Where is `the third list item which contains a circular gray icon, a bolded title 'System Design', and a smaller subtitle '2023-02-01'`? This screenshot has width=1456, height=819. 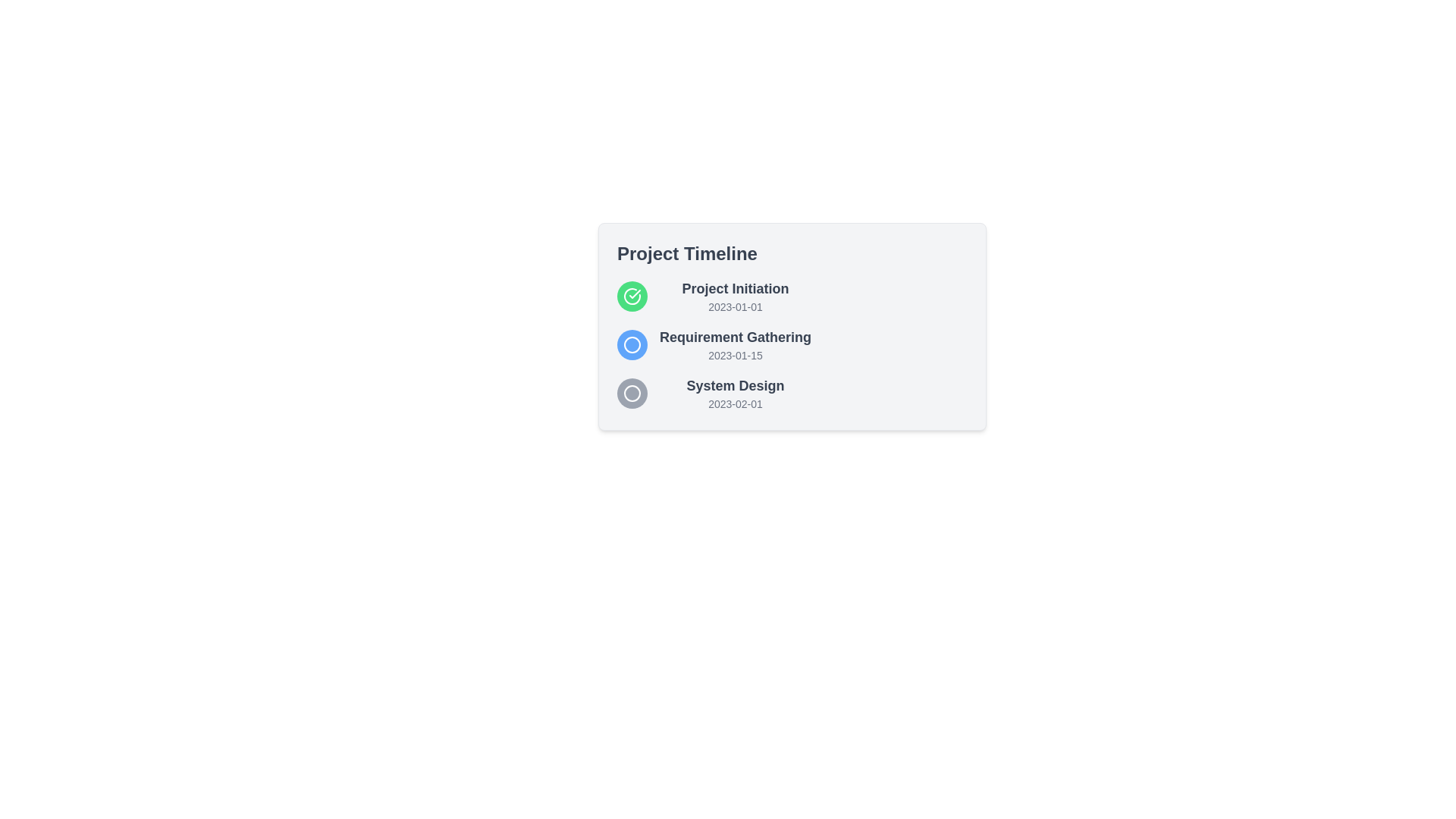
the third list item which contains a circular gray icon, a bolded title 'System Design', and a smaller subtitle '2023-02-01' is located at coordinates (713, 393).